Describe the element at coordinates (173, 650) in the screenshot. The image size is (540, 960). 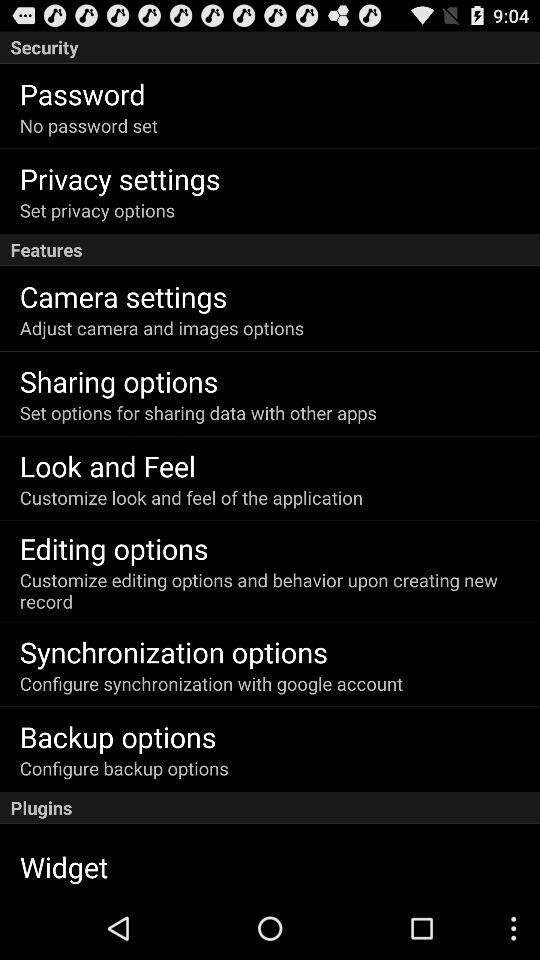
I see `synchronization options` at that location.